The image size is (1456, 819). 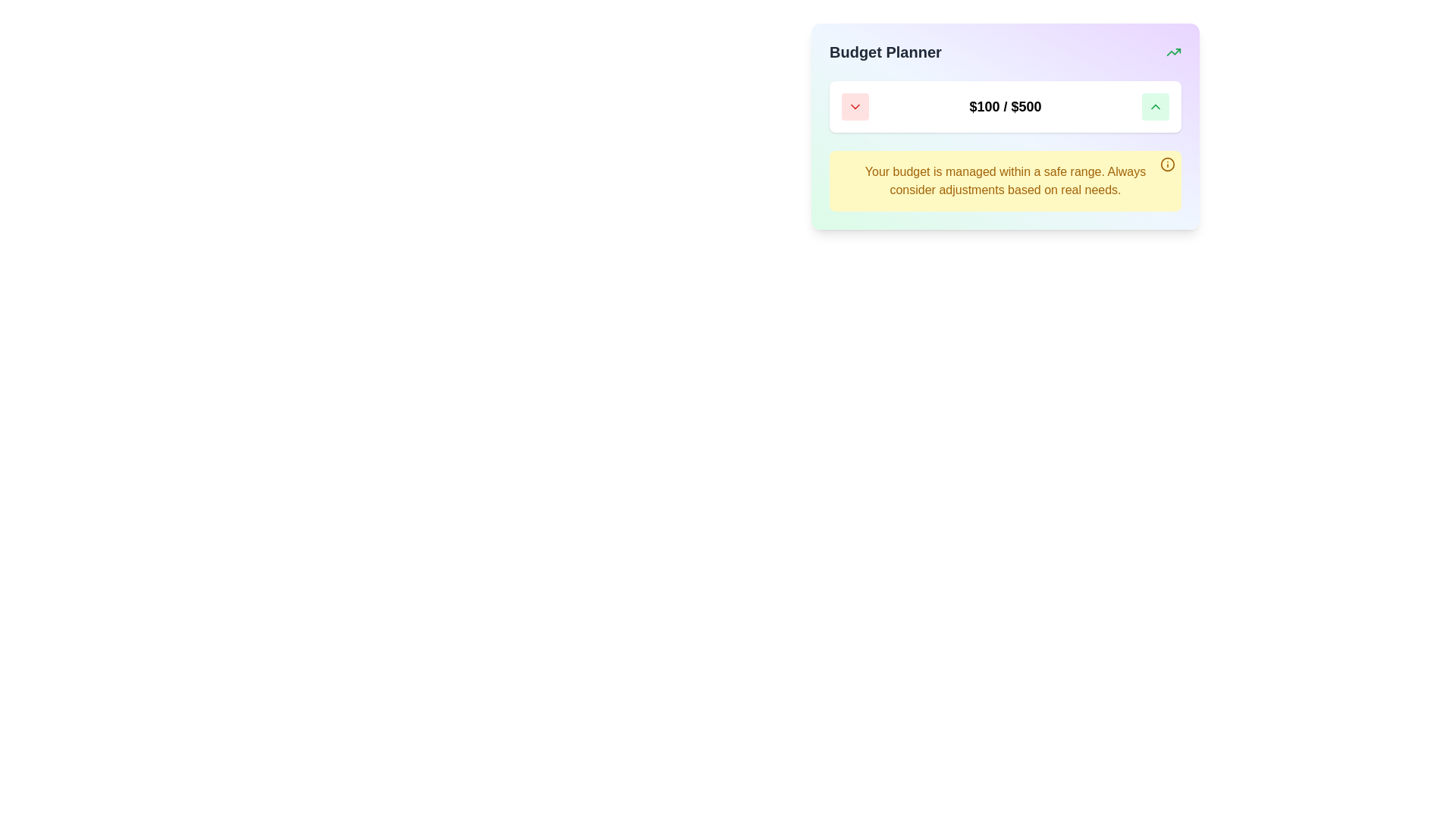 I want to click on the downward-facing chevron icon, which is styled with a bold red line and is part of a light red button located to the left of the budget range display ('$100 / $500') in the 'Budget Planner' panel, so click(x=855, y=106).